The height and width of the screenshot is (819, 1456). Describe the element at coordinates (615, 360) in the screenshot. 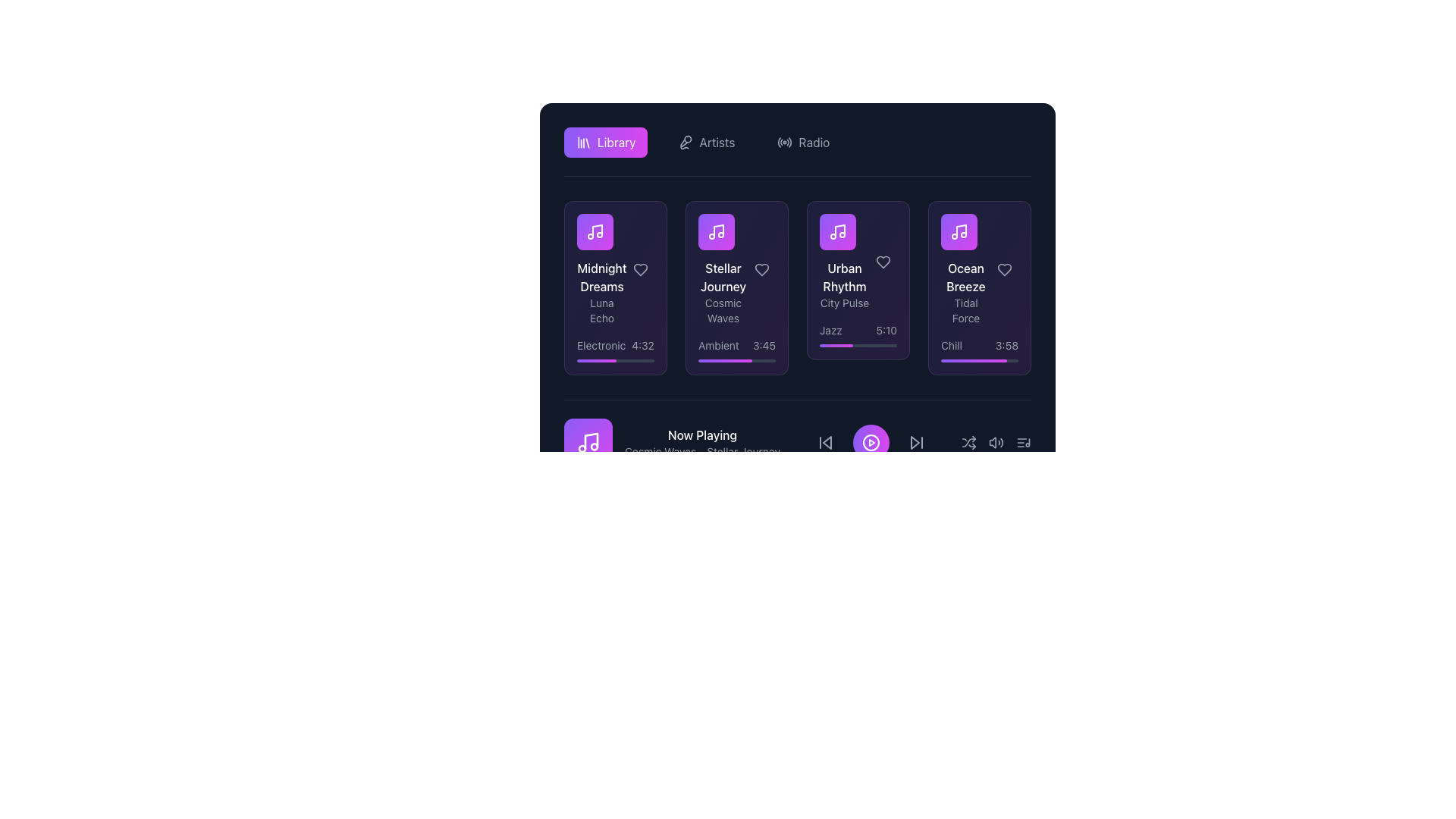

I see `the progress bar styled as a gradient indicator, located directly below the text 'Electronic 4:32'` at that location.